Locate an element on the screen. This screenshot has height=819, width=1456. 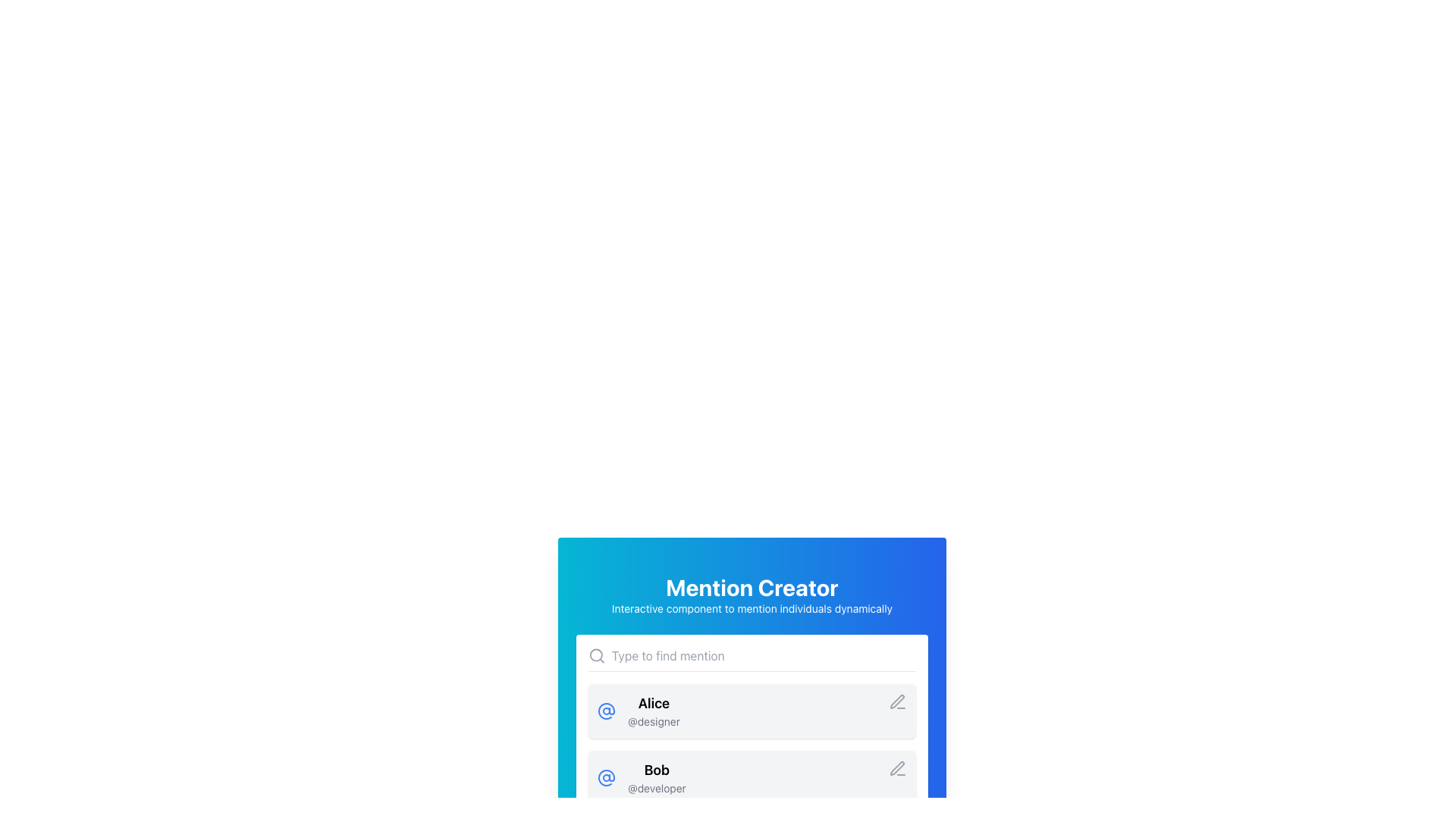
the topmost list element labeled 'Alice @designer' is located at coordinates (752, 711).